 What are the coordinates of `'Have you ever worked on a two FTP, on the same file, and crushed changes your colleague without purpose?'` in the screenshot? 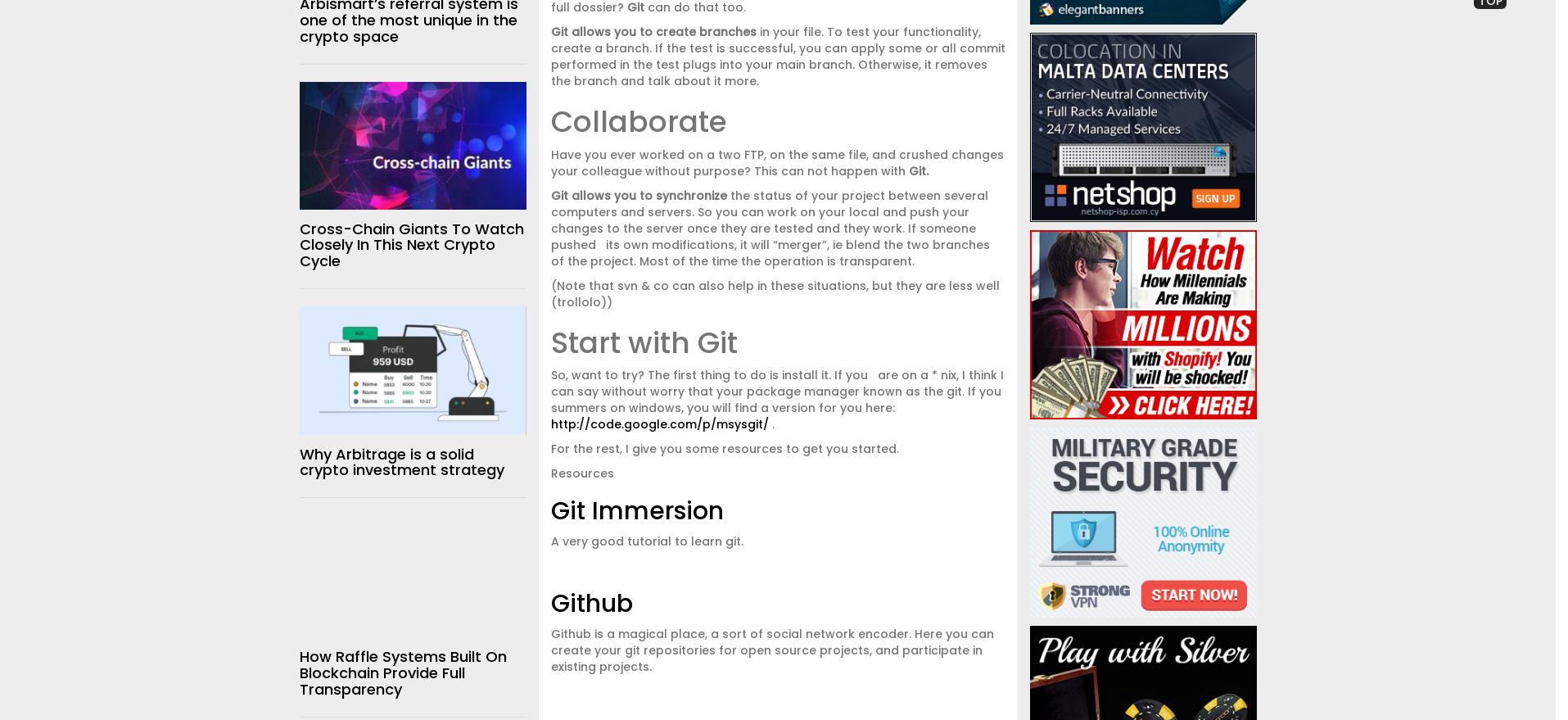 It's located at (775, 161).